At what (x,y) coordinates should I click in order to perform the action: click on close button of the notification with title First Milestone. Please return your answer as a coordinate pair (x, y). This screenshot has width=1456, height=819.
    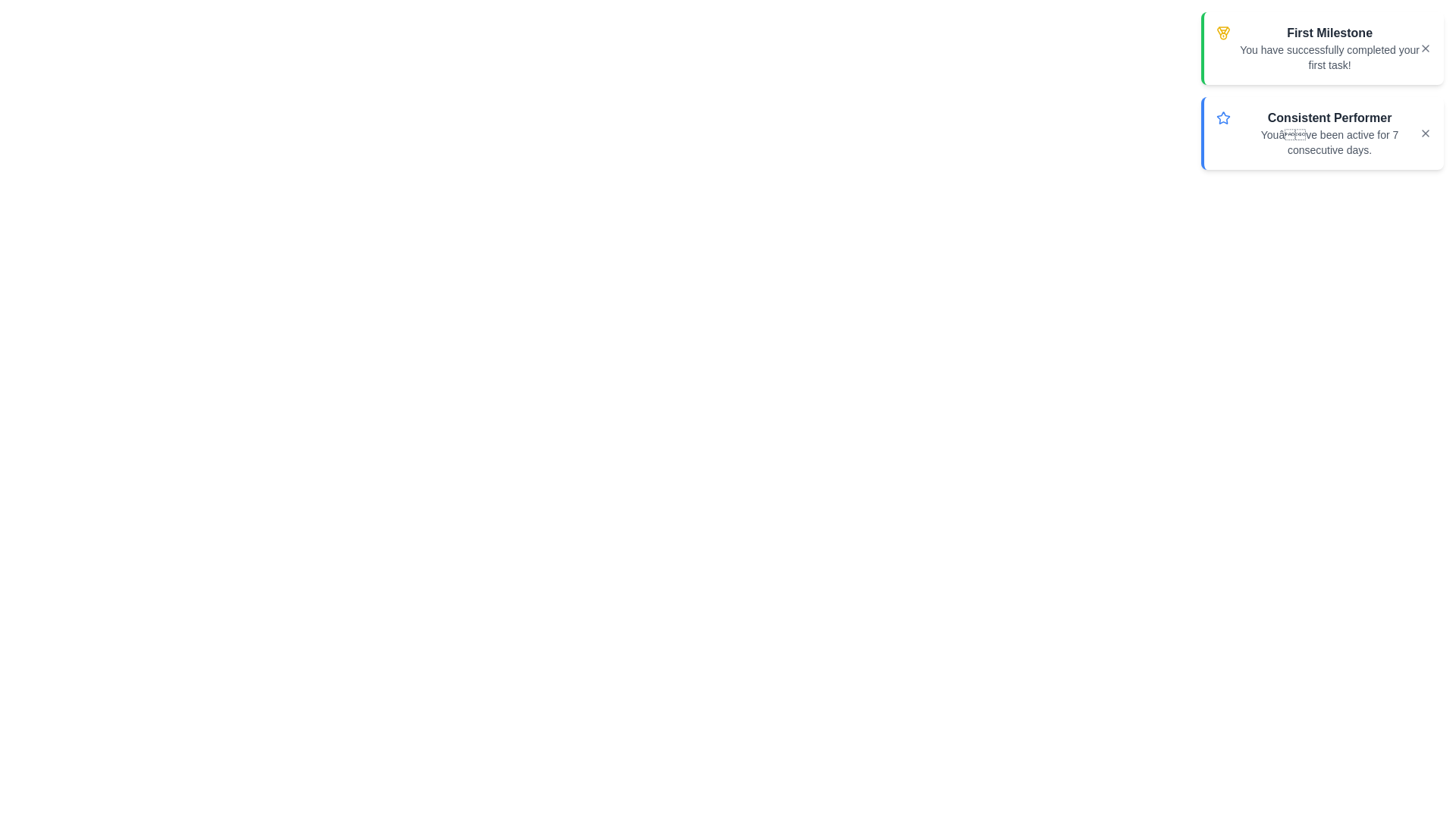
    Looking at the image, I should click on (1425, 48).